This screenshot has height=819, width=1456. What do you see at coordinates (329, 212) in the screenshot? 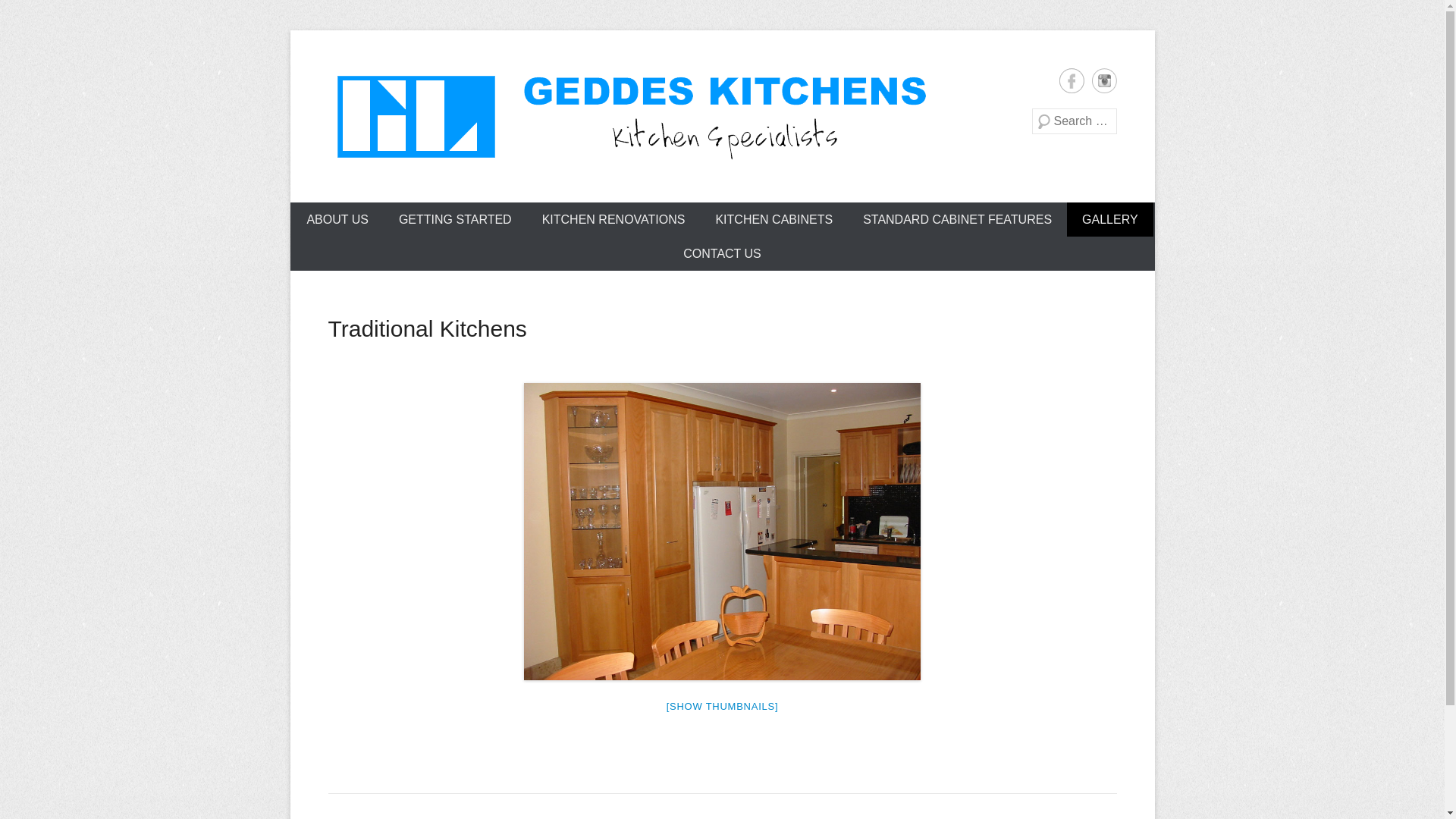
I see `'Skip to content'` at bounding box center [329, 212].